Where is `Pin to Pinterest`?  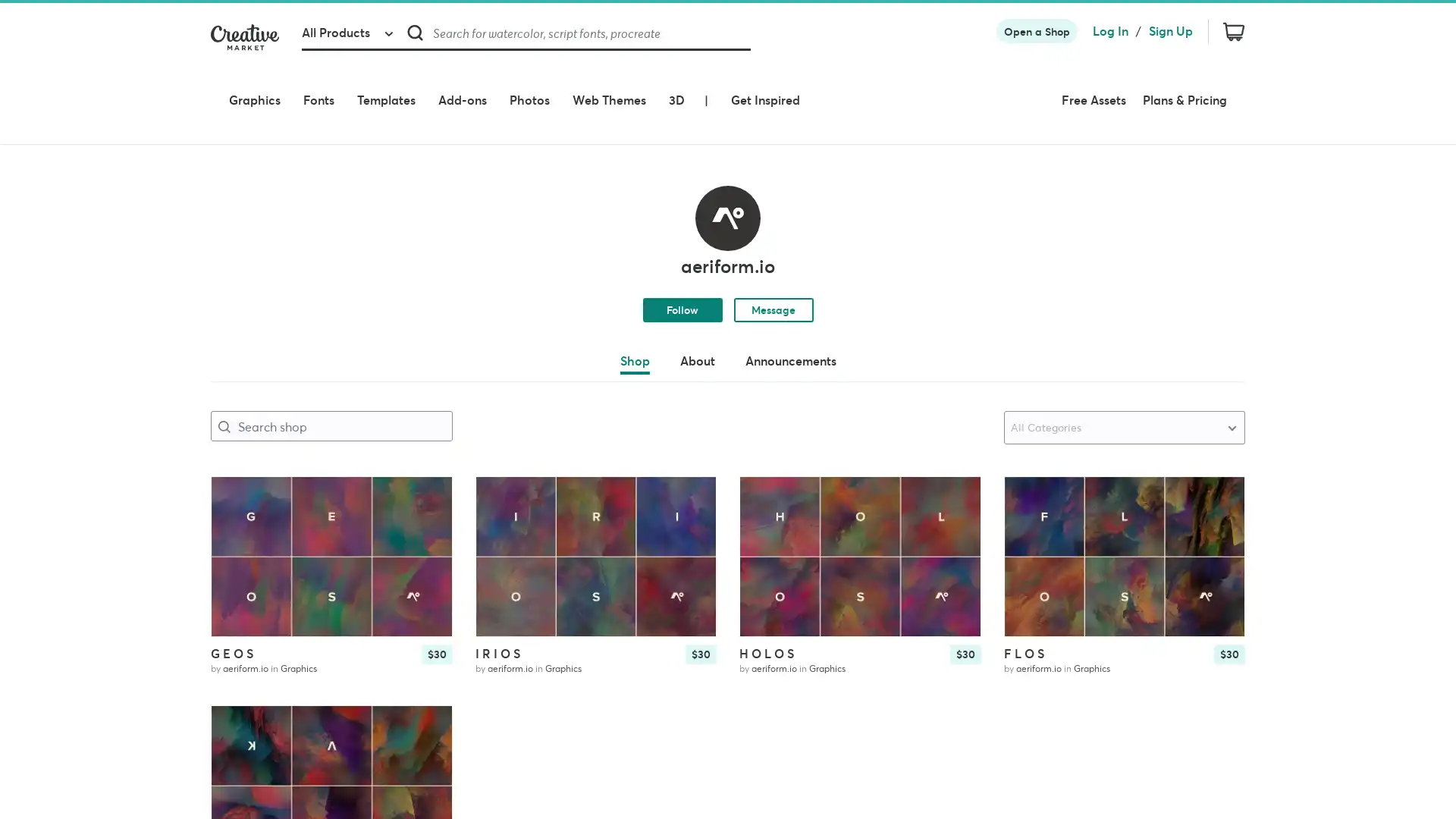 Pin to Pinterest is located at coordinates (1028, 446).